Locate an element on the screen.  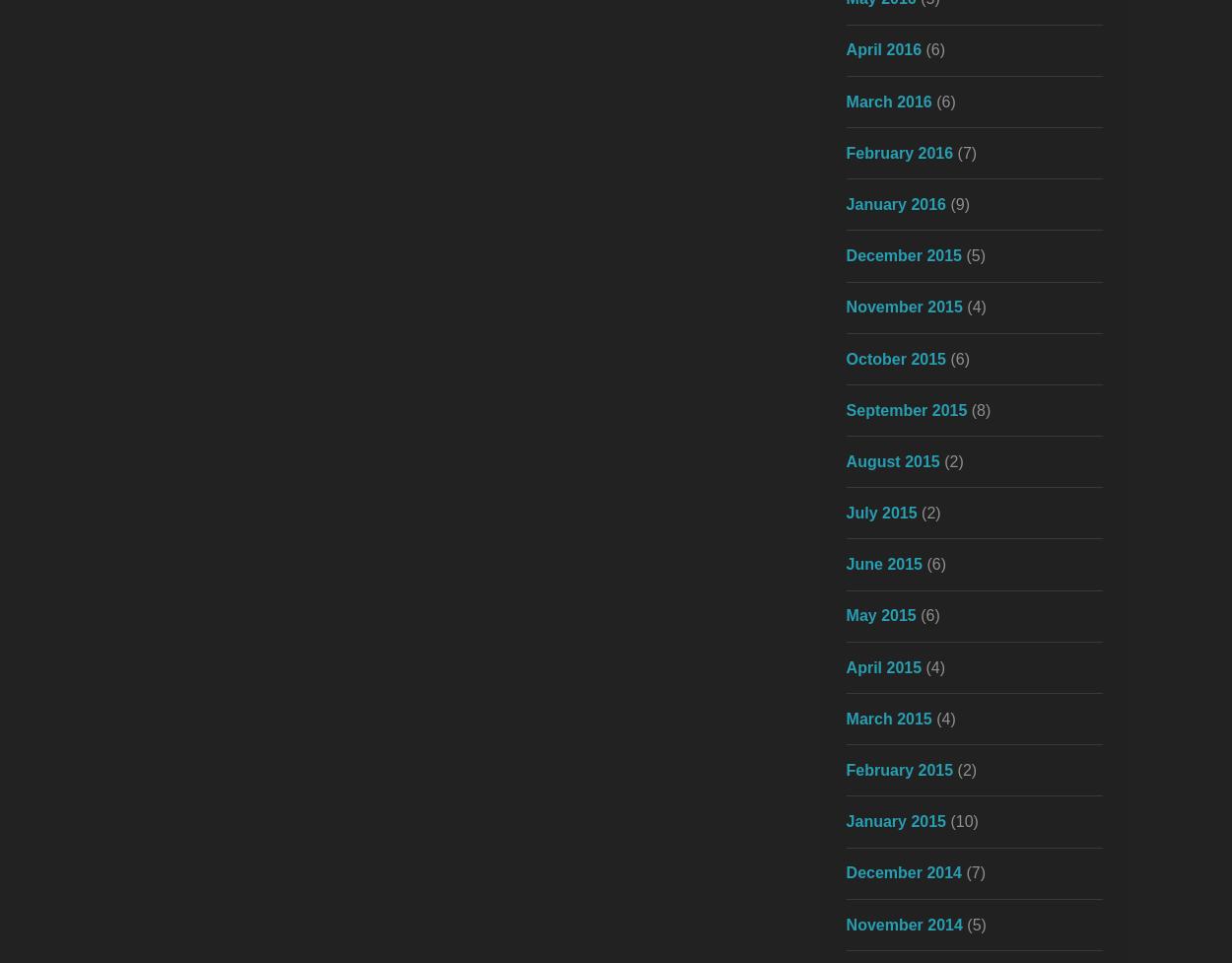
'March 2015' is located at coordinates (888, 718).